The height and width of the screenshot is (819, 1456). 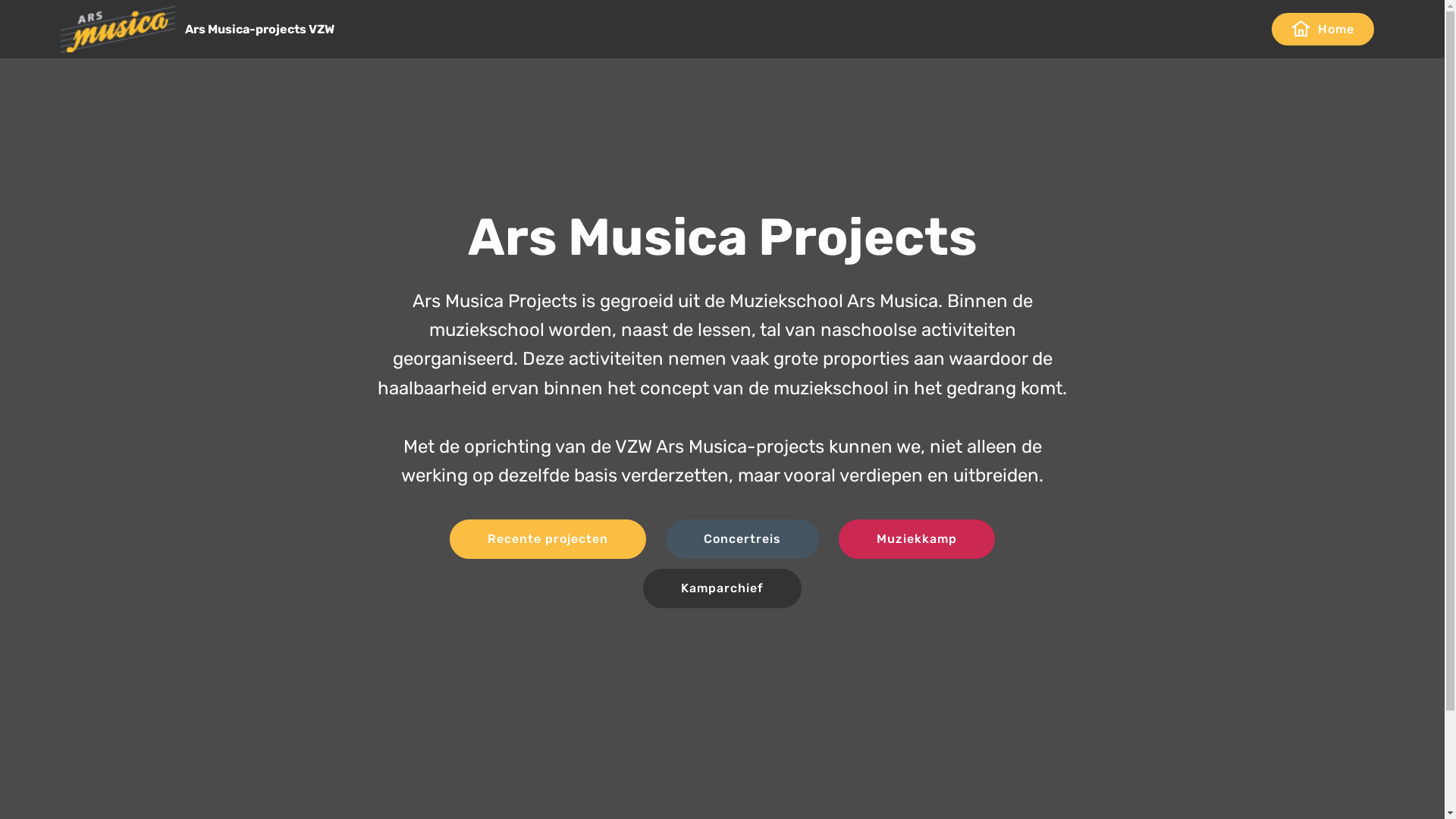 What do you see at coordinates (666, 538) in the screenshot?
I see `'Concertreis'` at bounding box center [666, 538].